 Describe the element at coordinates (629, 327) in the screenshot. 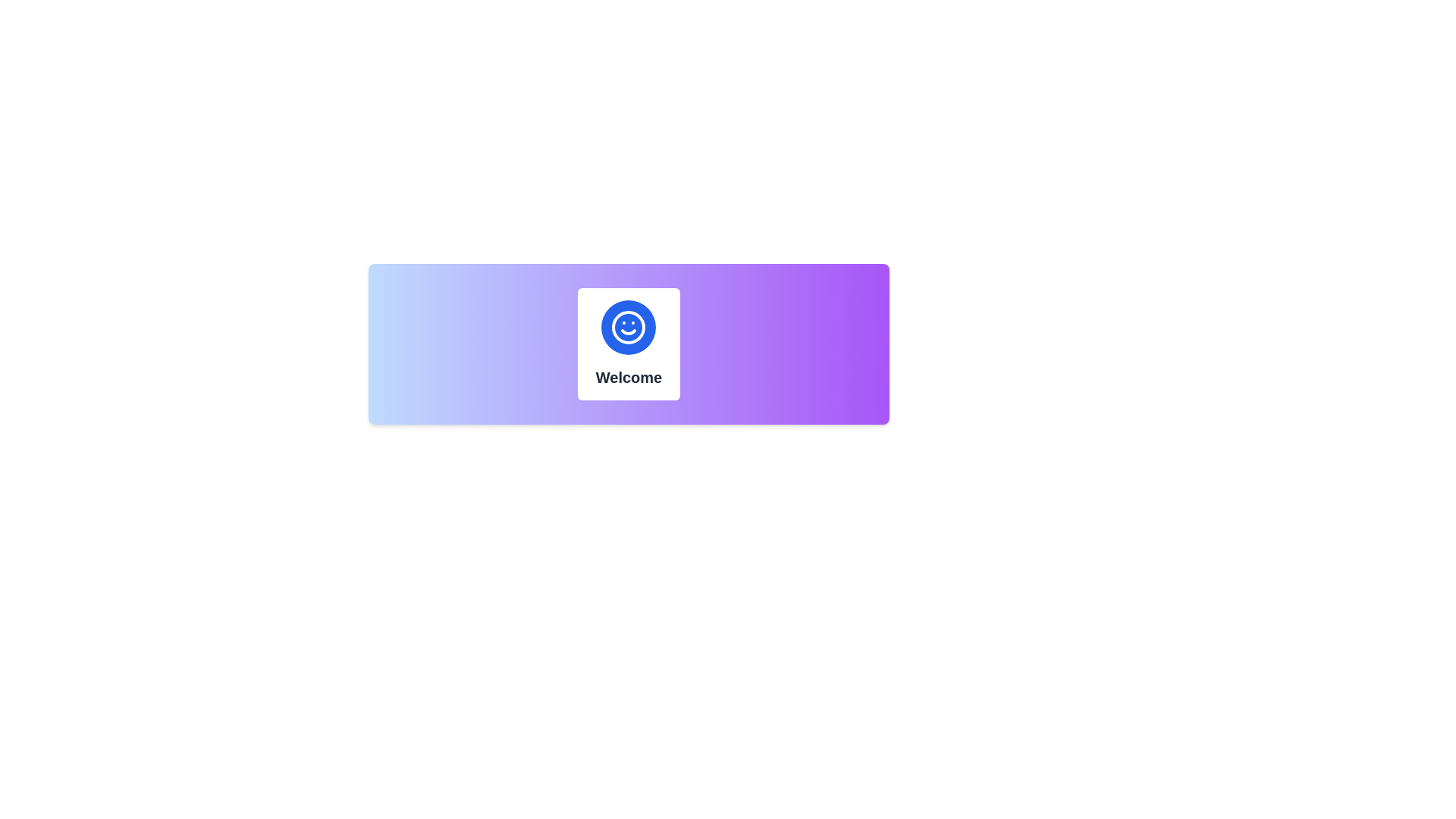

I see `the circular blue icon with a white smiley face located at the top-center of the white card background, which features a 'Welcome' label below it` at that location.